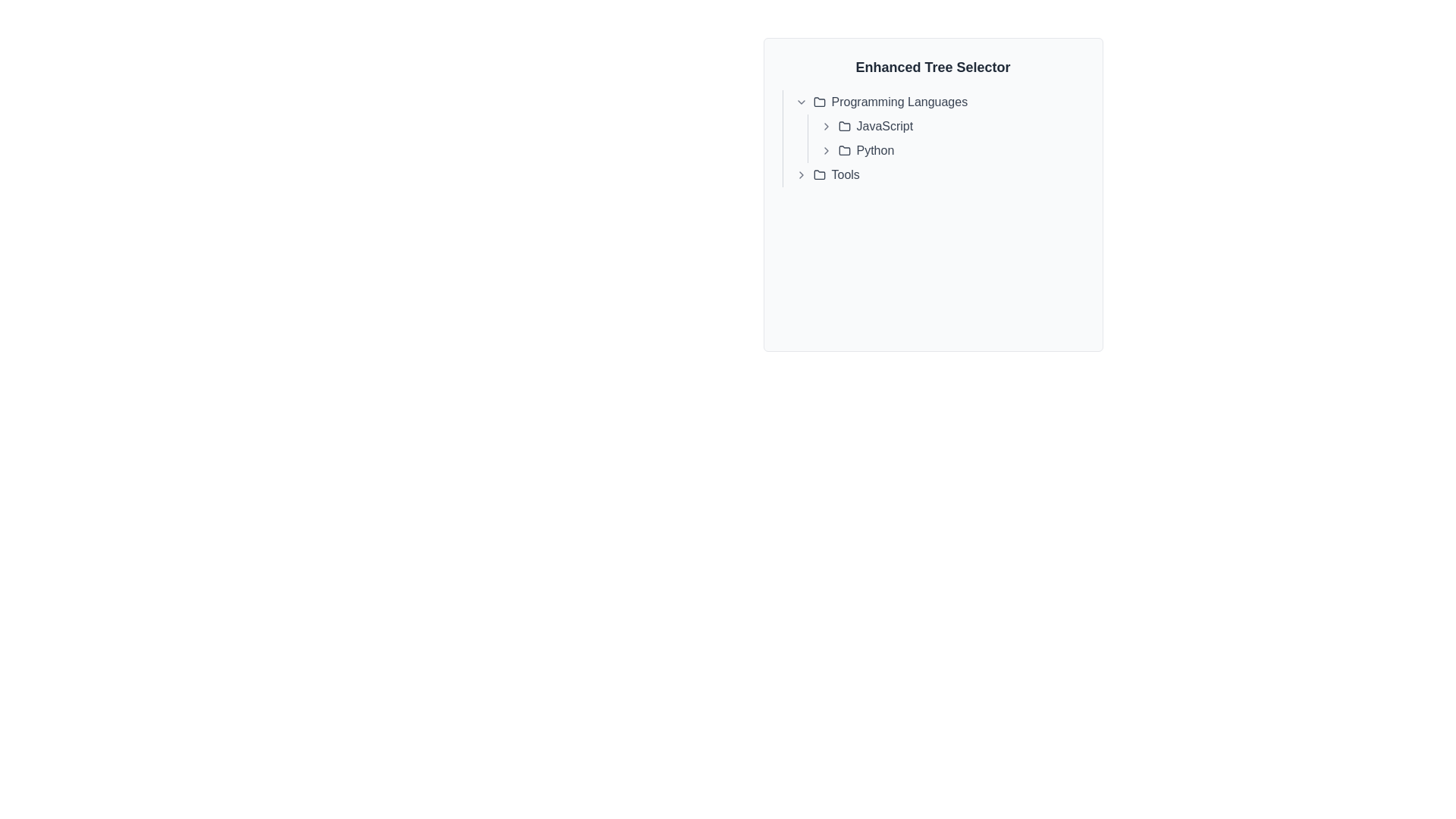 The width and height of the screenshot is (1456, 819). What do you see at coordinates (884, 125) in the screenshot?
I see `the selectable label for 'JavaScript' to activate further options related to it` at bounding box center [884, 125].